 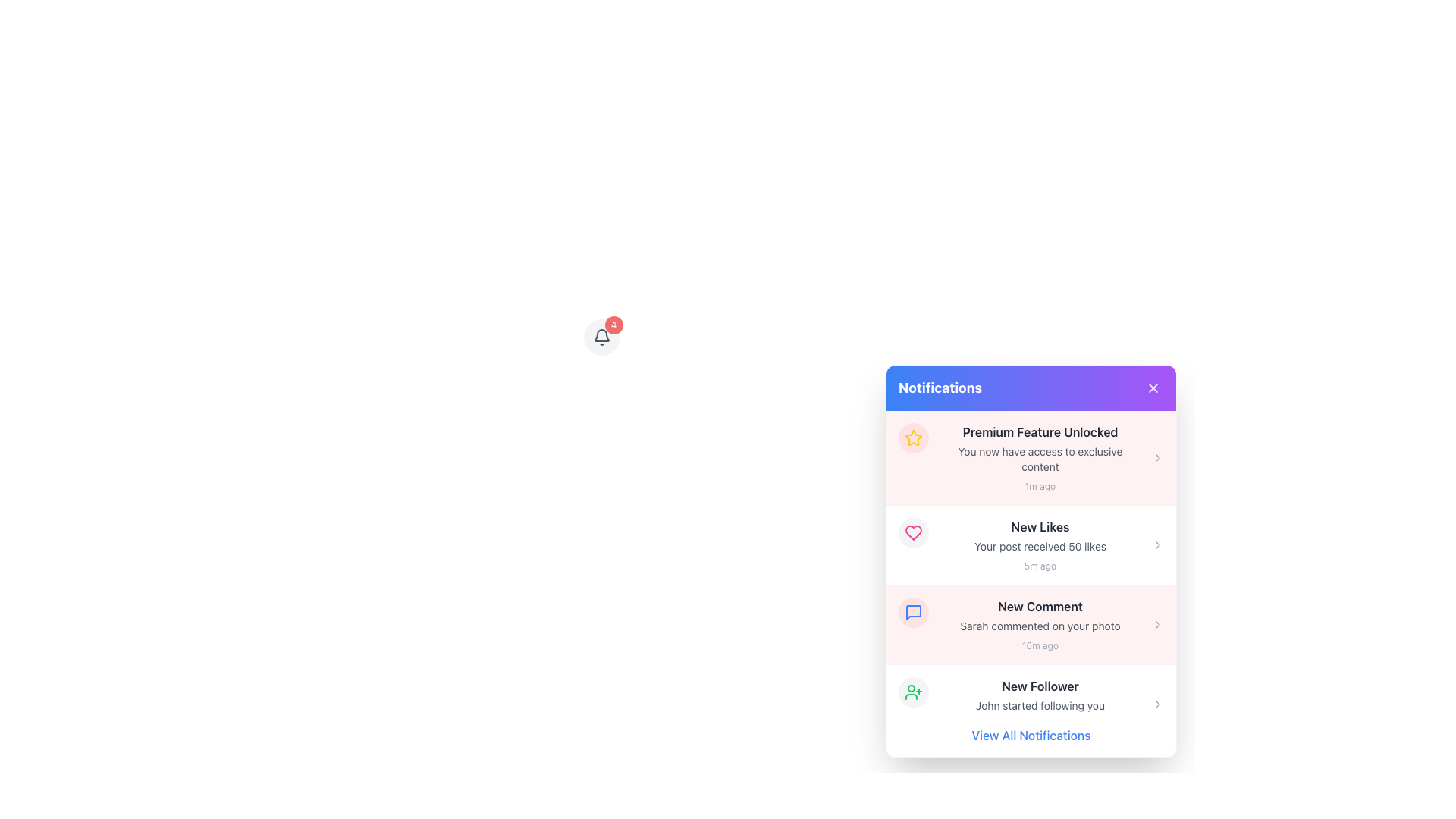 What do you see at coordinates (1031, 704) in the screenshot?
I see `the fourth notification in the list that informs the user about a new follower` at bounding box center [1031, 704].